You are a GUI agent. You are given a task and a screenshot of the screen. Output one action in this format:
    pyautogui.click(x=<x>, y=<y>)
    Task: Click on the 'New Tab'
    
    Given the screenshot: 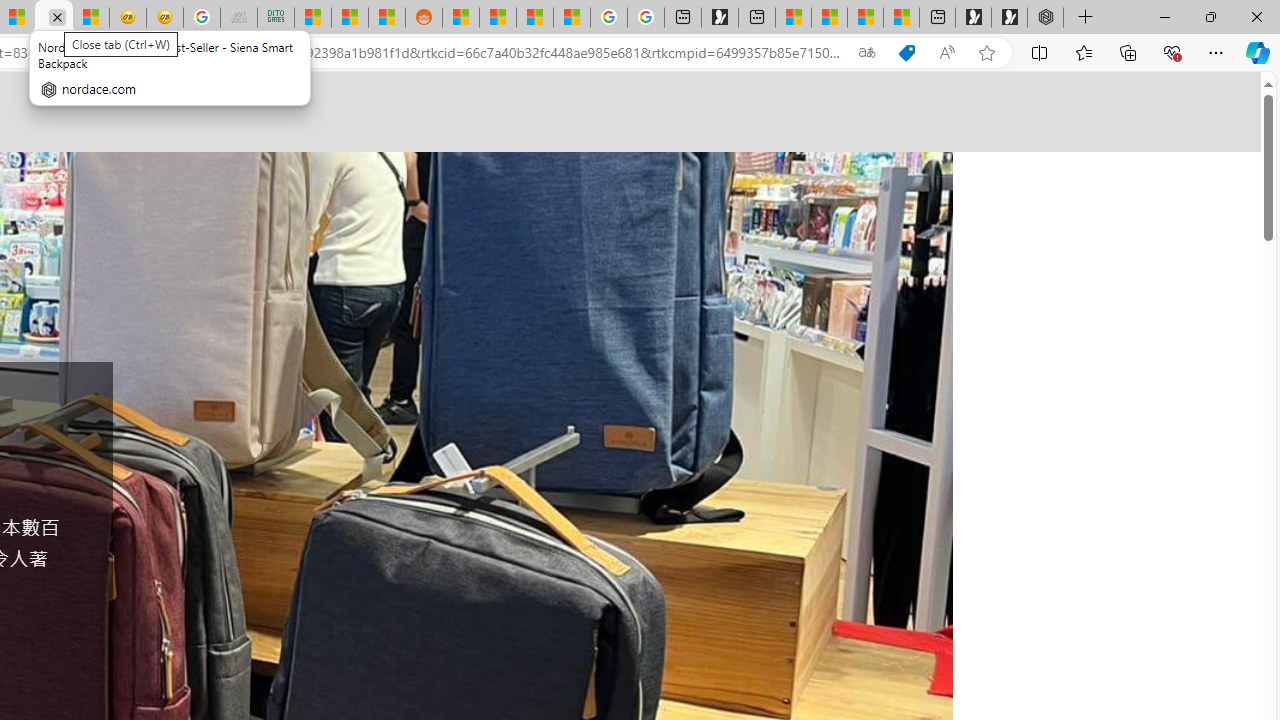 What is the action you would take?
    pyautogui.click(x=1085, y=17)
    